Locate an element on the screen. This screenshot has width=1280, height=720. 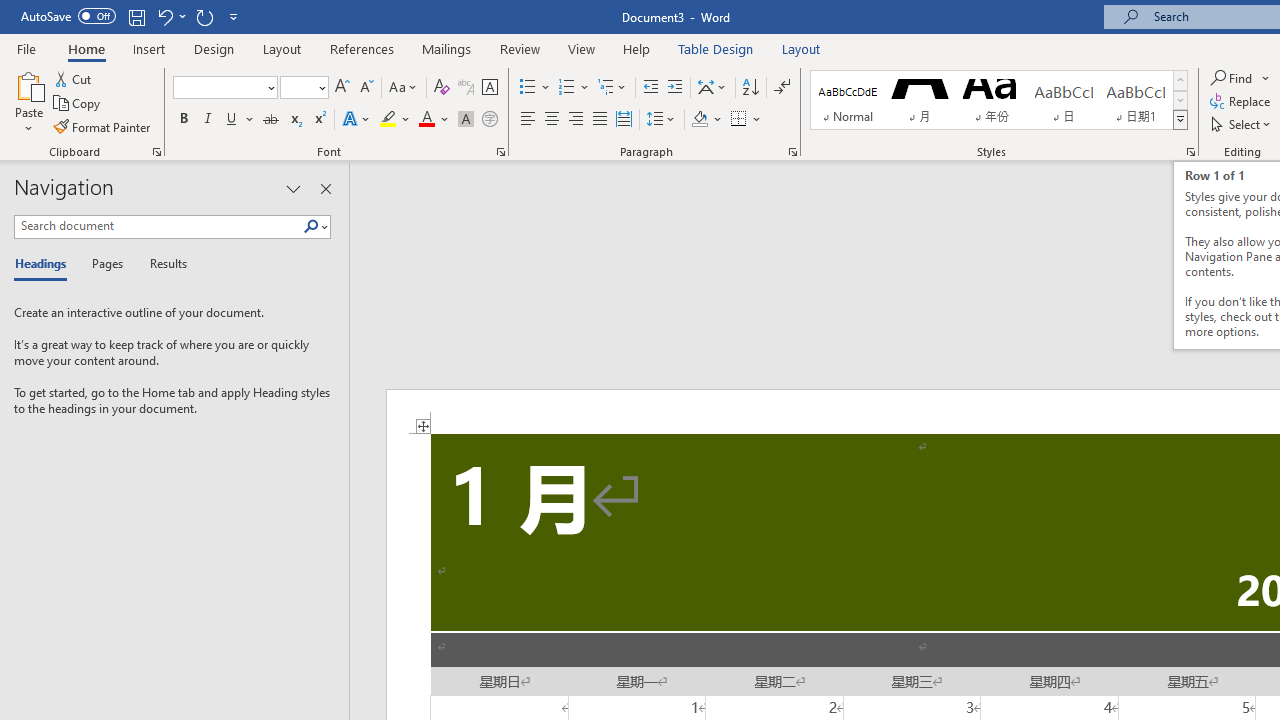
'Font Color RGB(255, 0, 0)' is located at coordinates (425, 119).